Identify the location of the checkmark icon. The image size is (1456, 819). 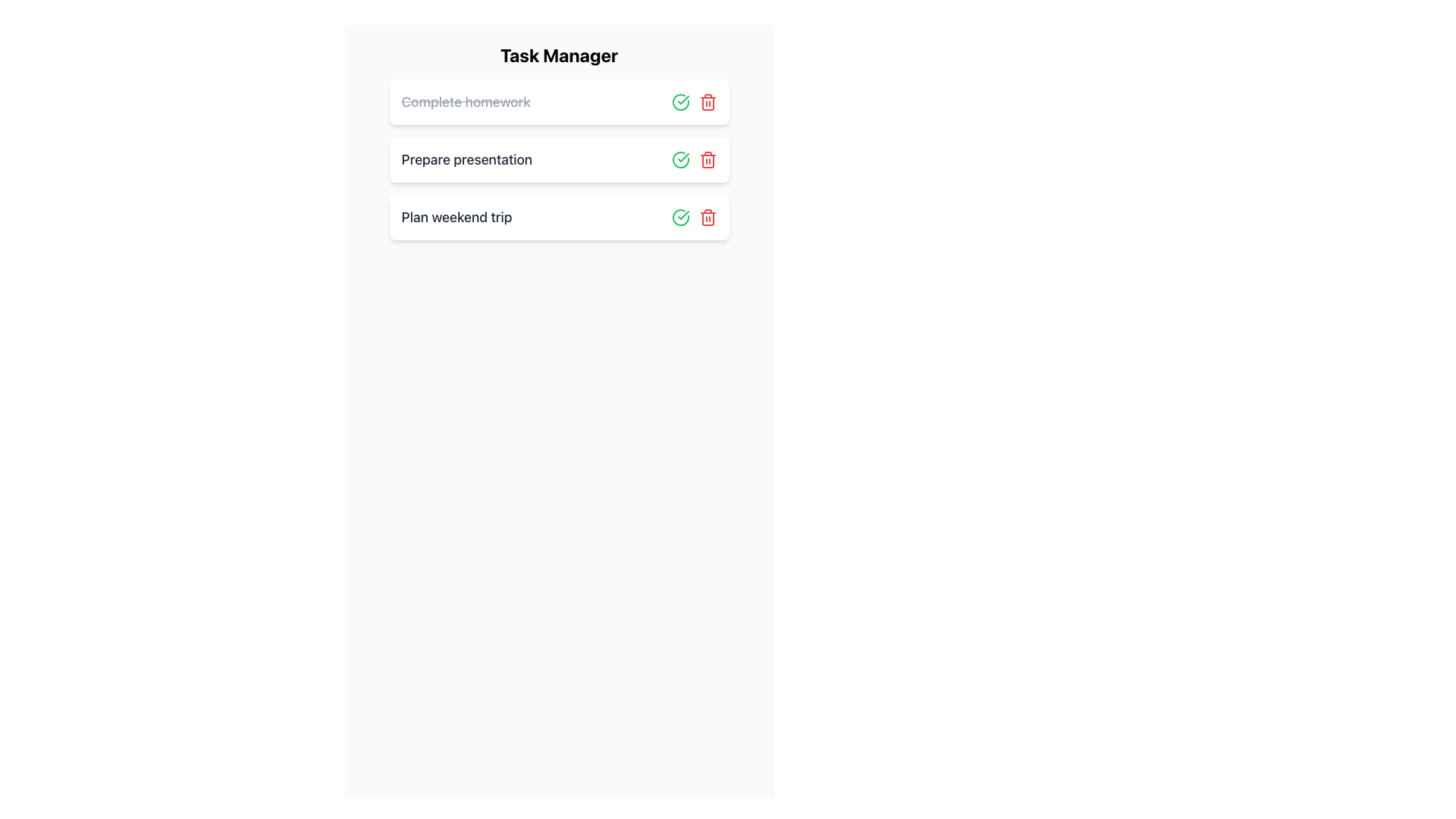
(682, 215).